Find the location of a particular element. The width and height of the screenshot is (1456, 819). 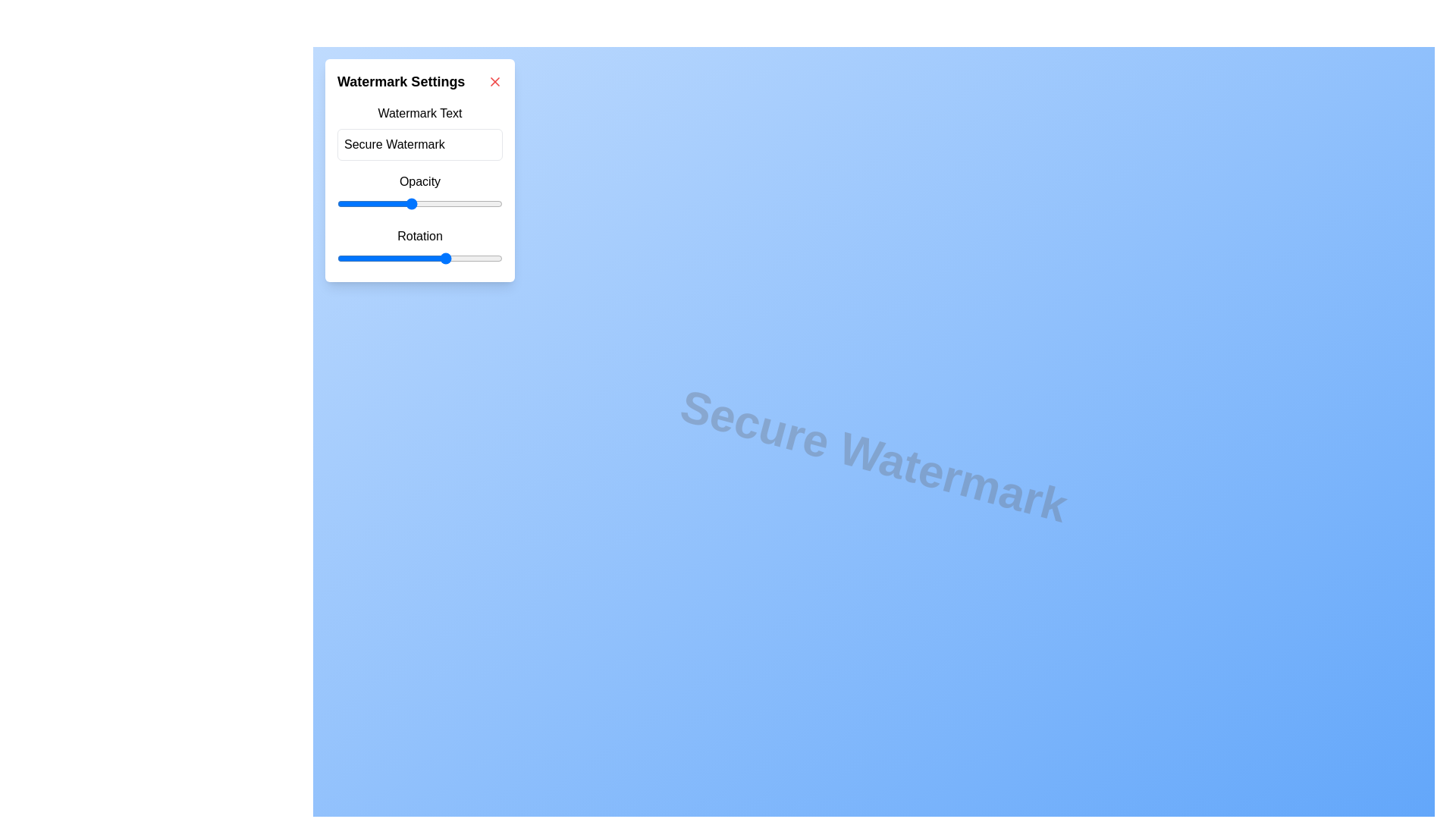

the rotation value is located at coordinates (456, 257).